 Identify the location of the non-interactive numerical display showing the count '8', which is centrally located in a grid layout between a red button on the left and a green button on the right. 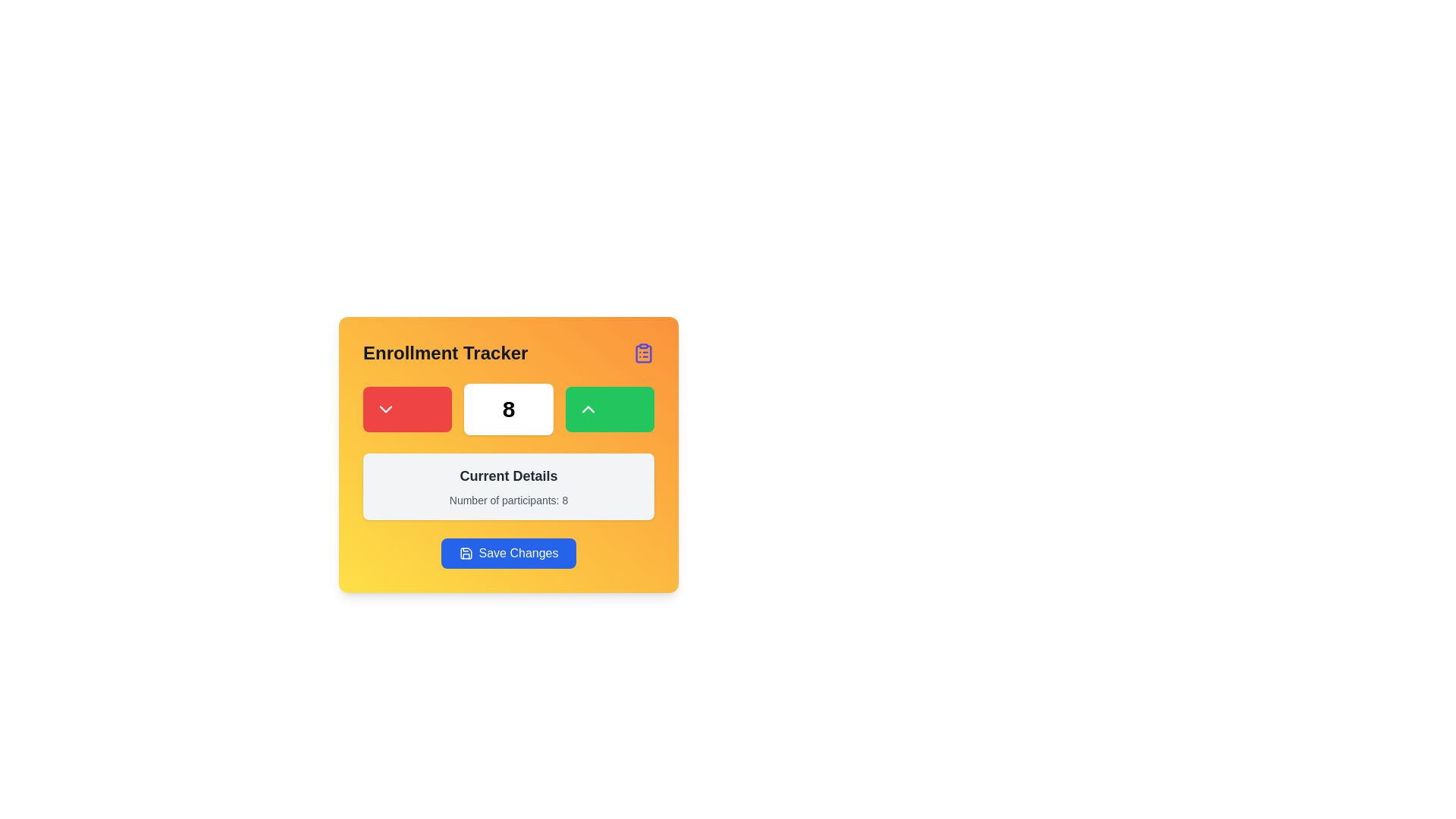
(509, 409).